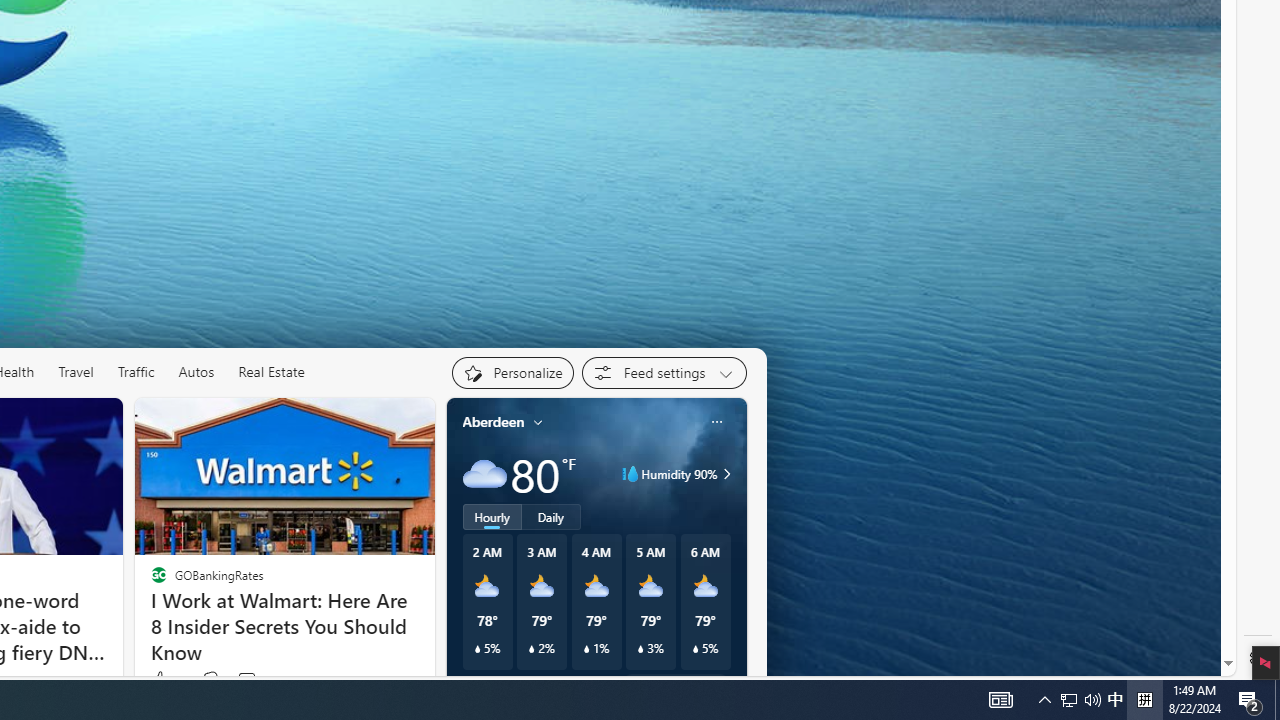 This screenshot has width=1280, height=720. Describe the element at coordinates (166, 679) in the screenshot. I see `'2k Like'` at that location.